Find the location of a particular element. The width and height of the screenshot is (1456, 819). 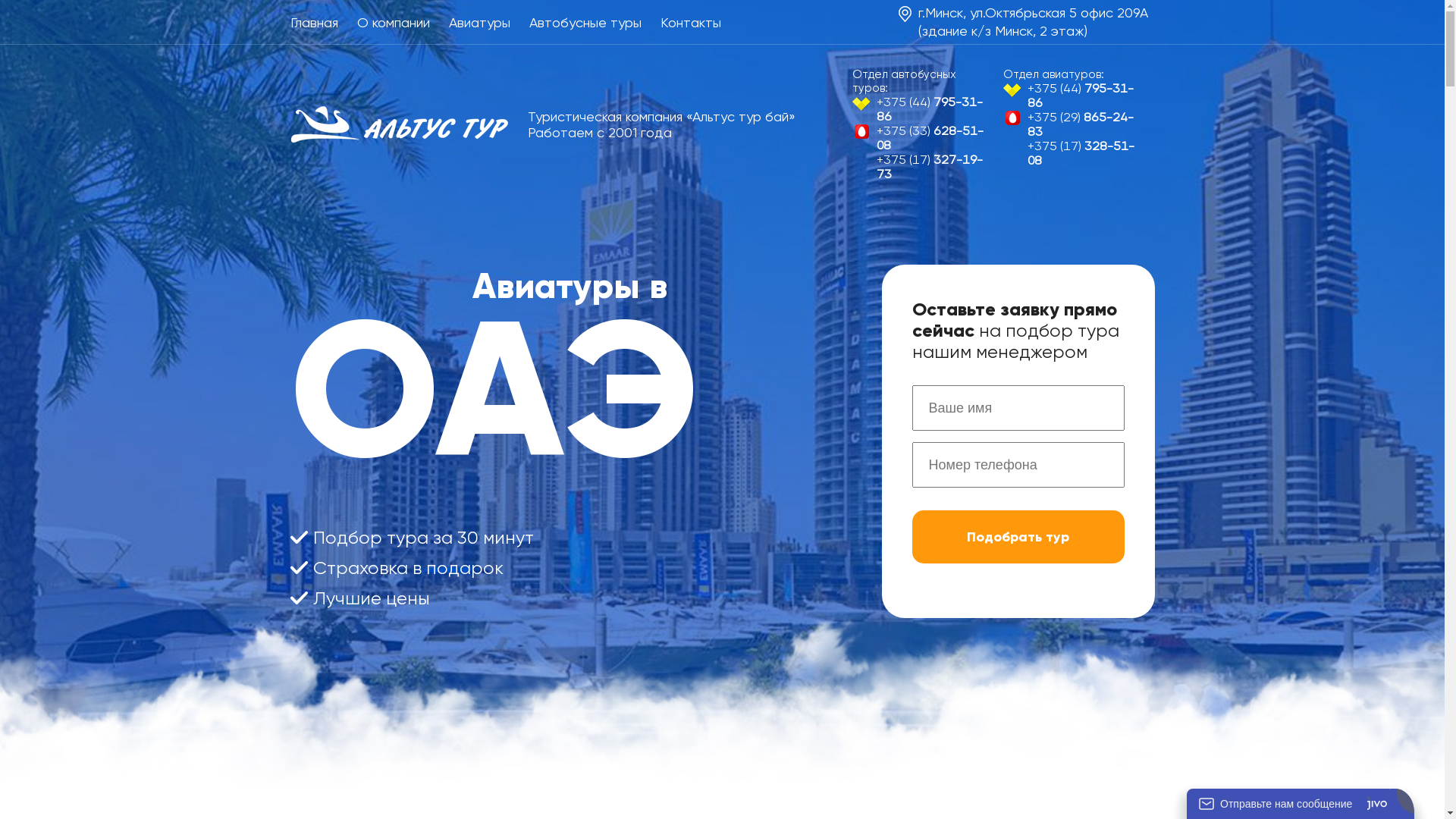

'+375 (44) 795-31-86' is located at coordinates (921, 108).